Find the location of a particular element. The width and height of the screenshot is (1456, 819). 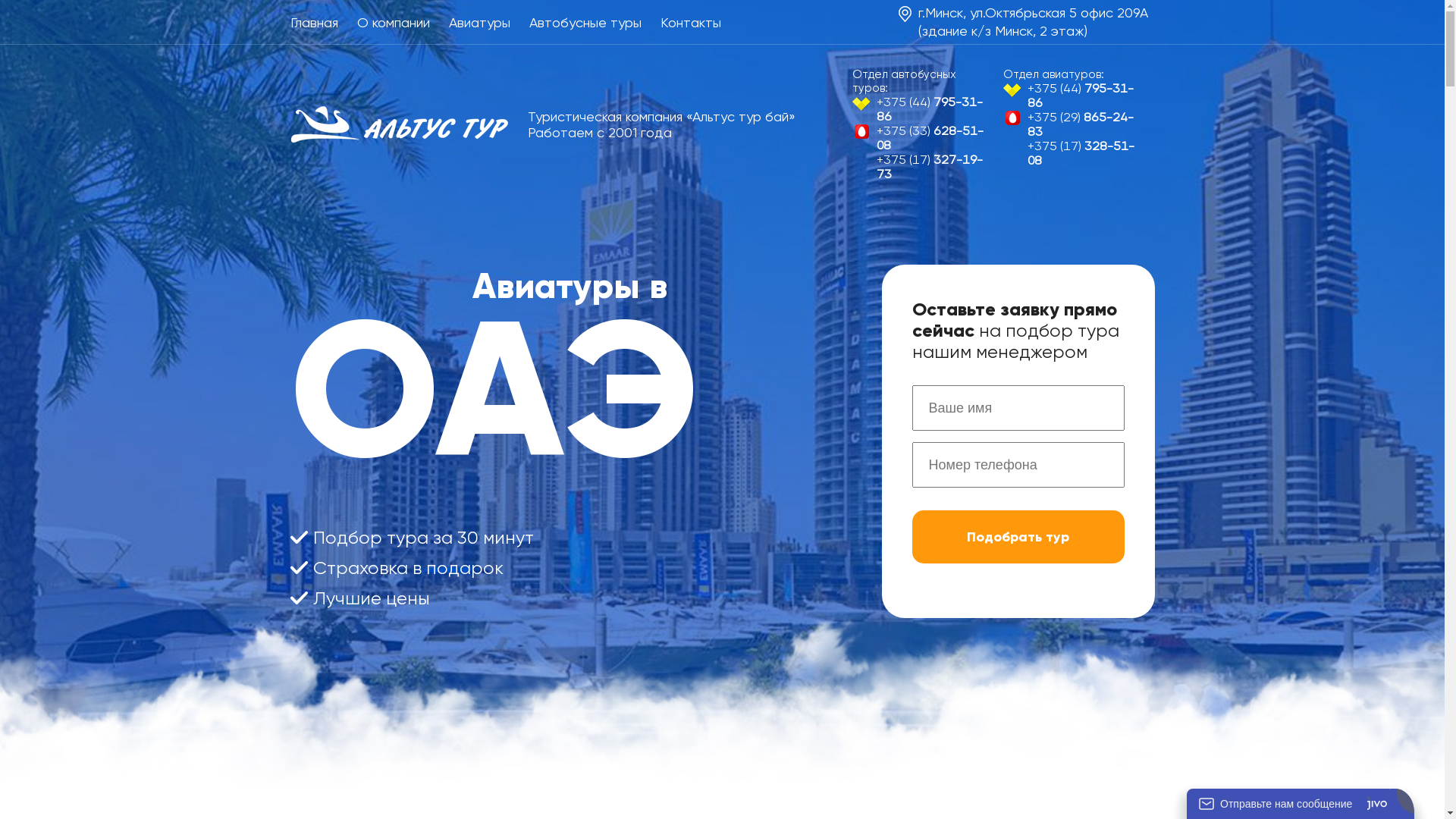

'+375 (44) 795-31-86' is located at coordinates (921, 108).